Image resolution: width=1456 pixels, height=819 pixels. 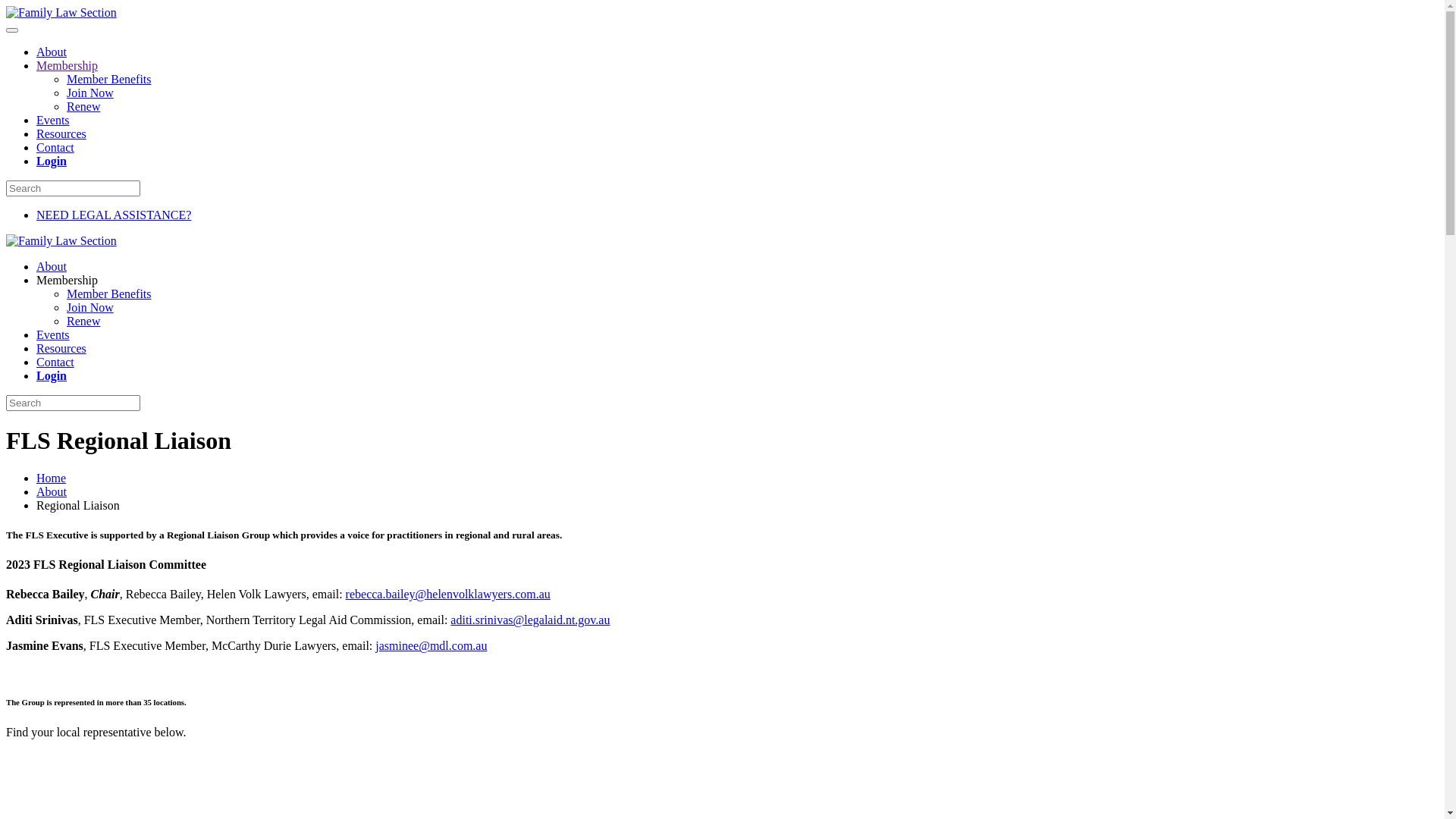 What do you see at coordinates (375, 645) in the screenshot?
I see `'jasminee@mdl.com.au'` at bounding box center [375, 645].